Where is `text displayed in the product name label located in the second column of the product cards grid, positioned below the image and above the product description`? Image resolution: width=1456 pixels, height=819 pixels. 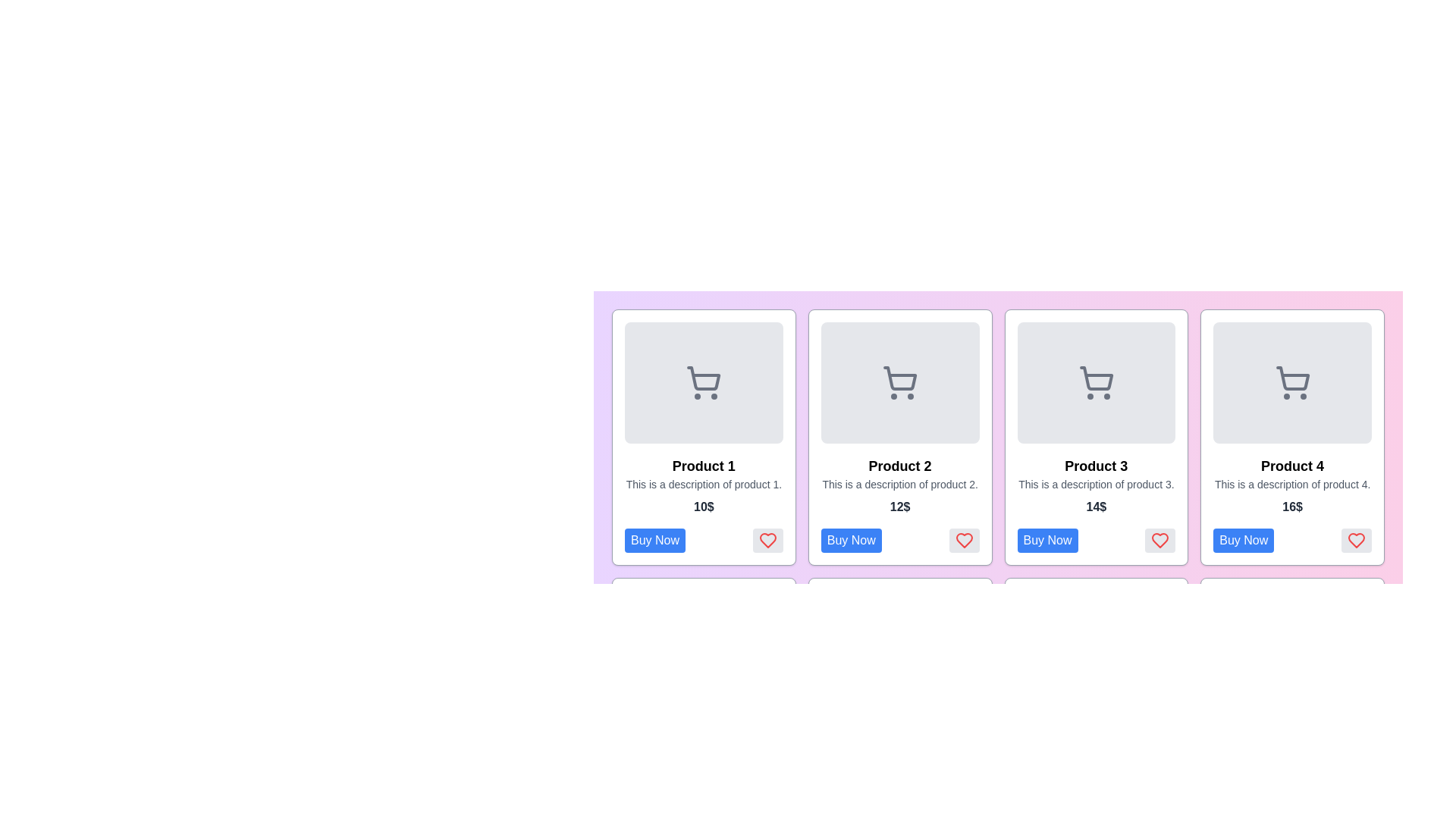 text displayed in the product name label located in the second column of the product cards grid, positioned below the image and above the product description is located at coordinates (900, 465).